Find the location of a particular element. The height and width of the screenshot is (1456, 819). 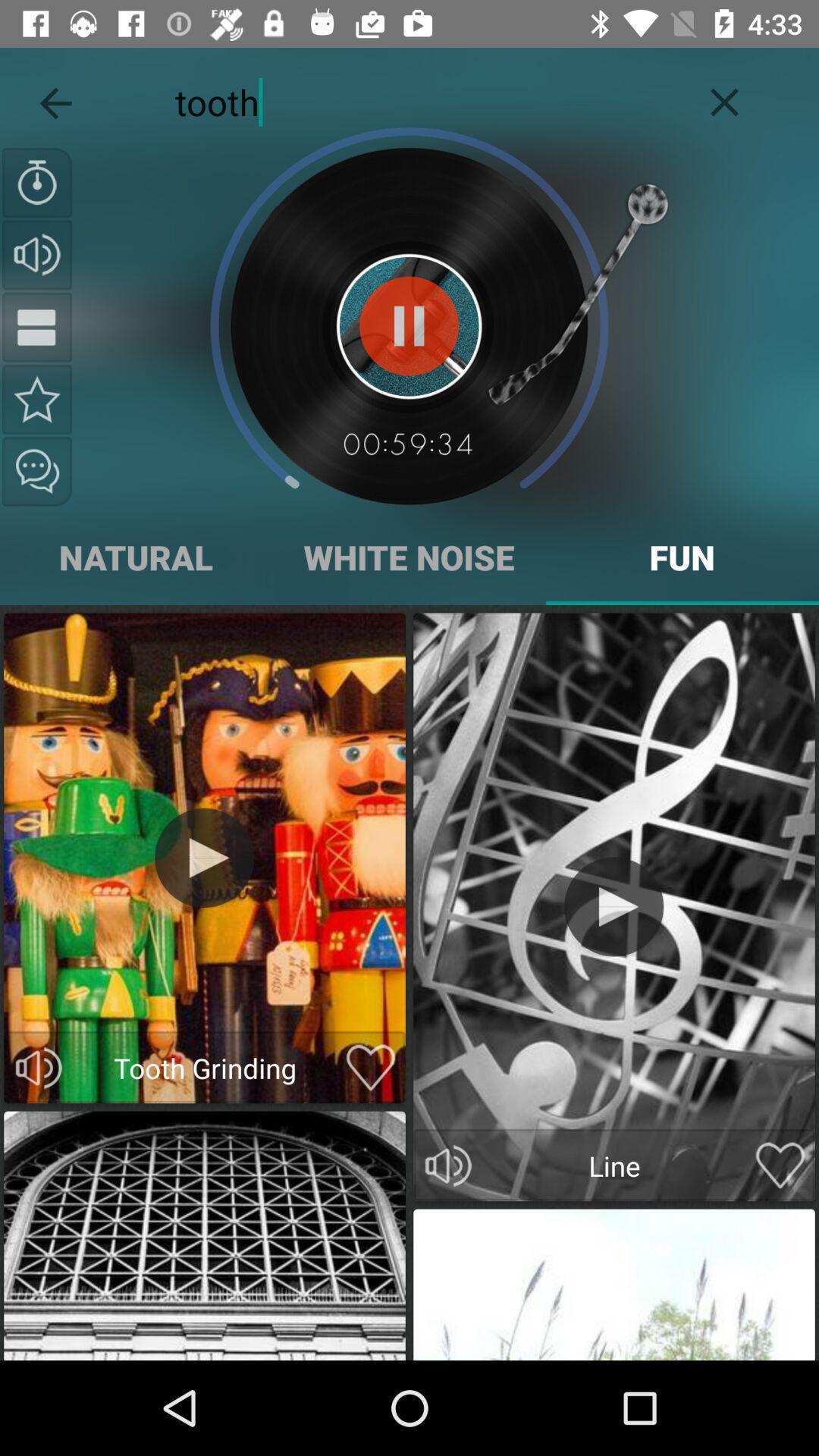

item next to the tooth icon is located at coordinates (55, 99).